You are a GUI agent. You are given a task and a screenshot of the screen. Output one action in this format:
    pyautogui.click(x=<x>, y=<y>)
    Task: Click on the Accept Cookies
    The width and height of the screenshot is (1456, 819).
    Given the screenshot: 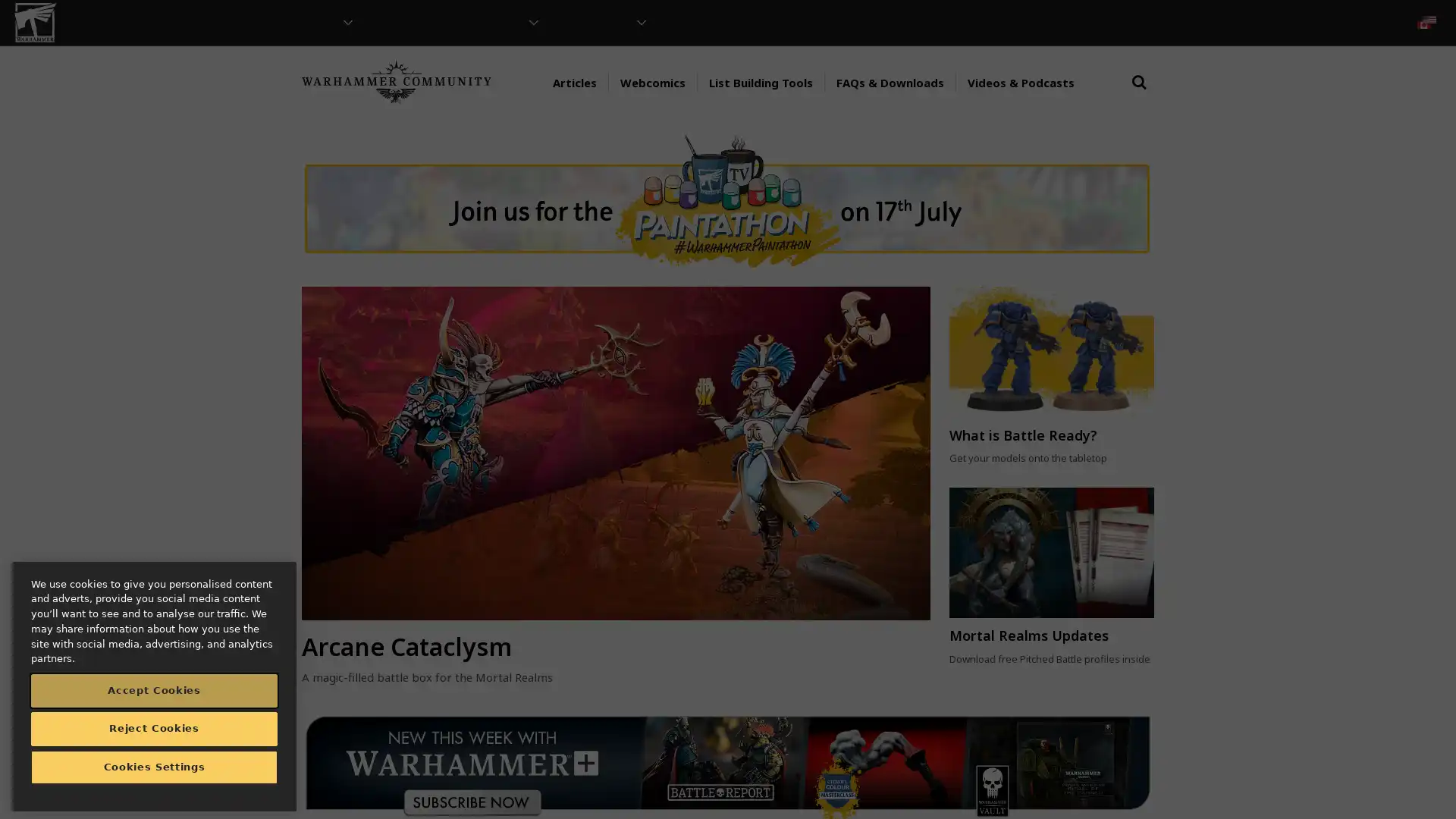 What is the action you would take?
    pyautogui.click(x=154, y=690)
    